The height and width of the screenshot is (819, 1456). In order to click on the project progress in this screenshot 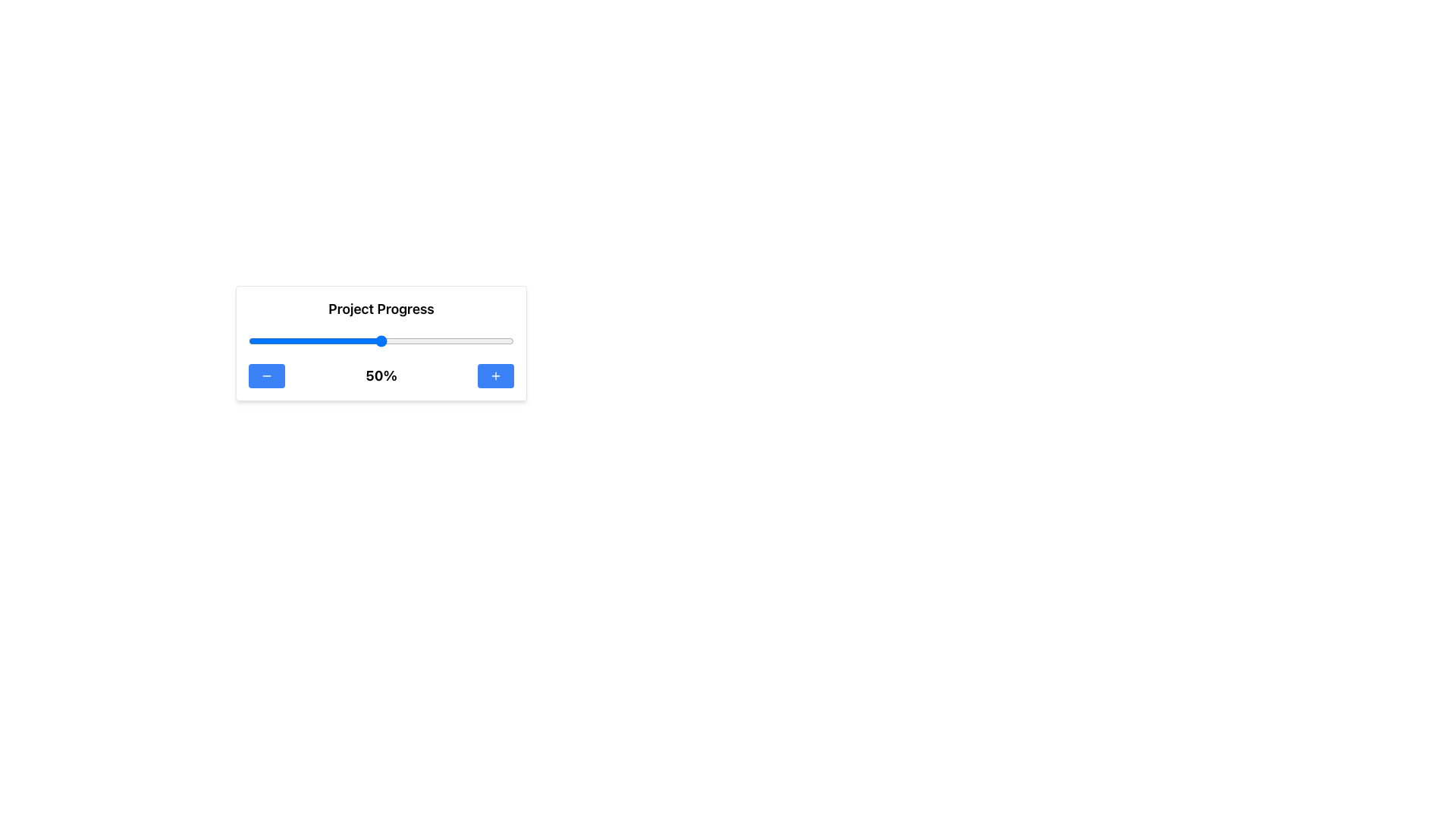, I will do `click(481, 341)`.